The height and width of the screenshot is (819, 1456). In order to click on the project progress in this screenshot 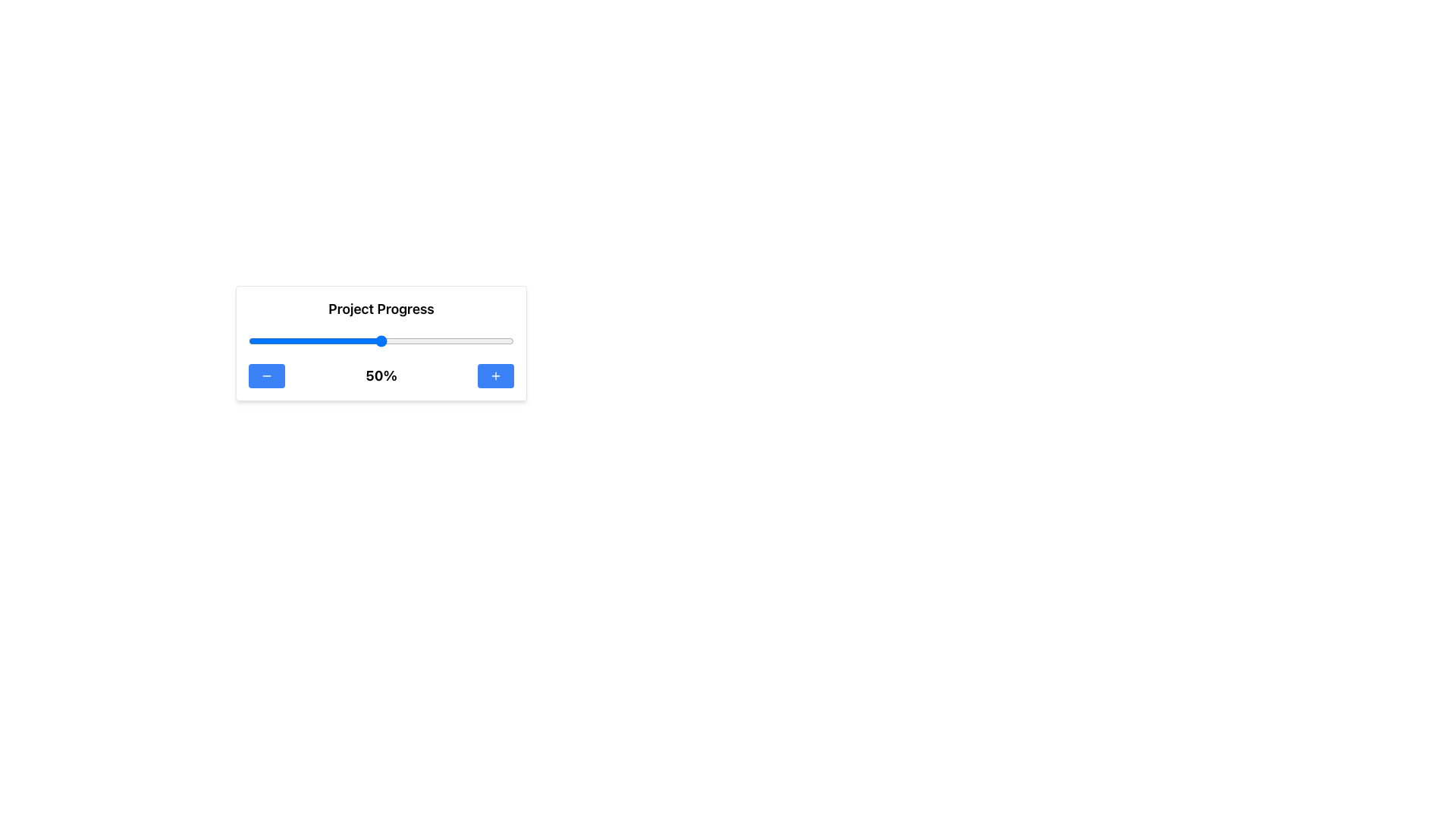, I will do `click(481, 341)`.